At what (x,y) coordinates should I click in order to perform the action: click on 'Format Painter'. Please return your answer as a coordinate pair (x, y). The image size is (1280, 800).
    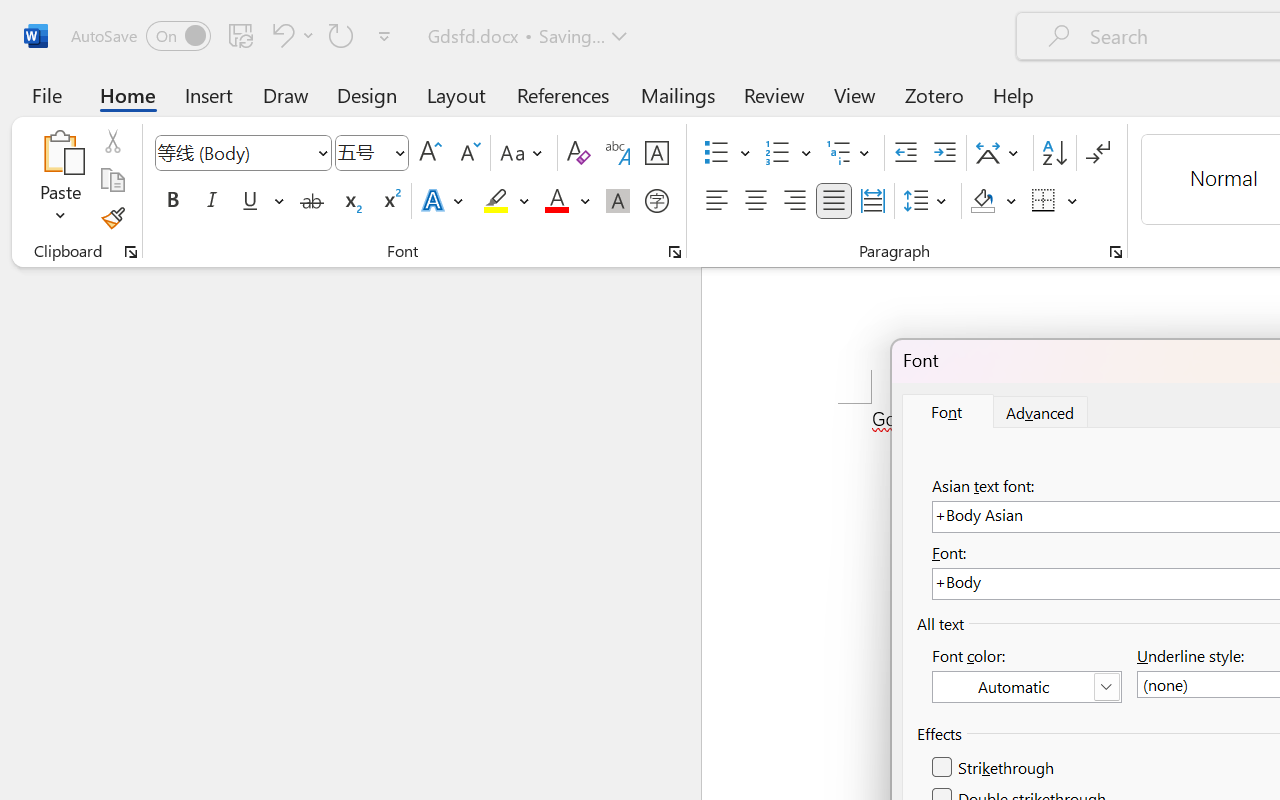
    Looking at the image, I should click on (111, 218).